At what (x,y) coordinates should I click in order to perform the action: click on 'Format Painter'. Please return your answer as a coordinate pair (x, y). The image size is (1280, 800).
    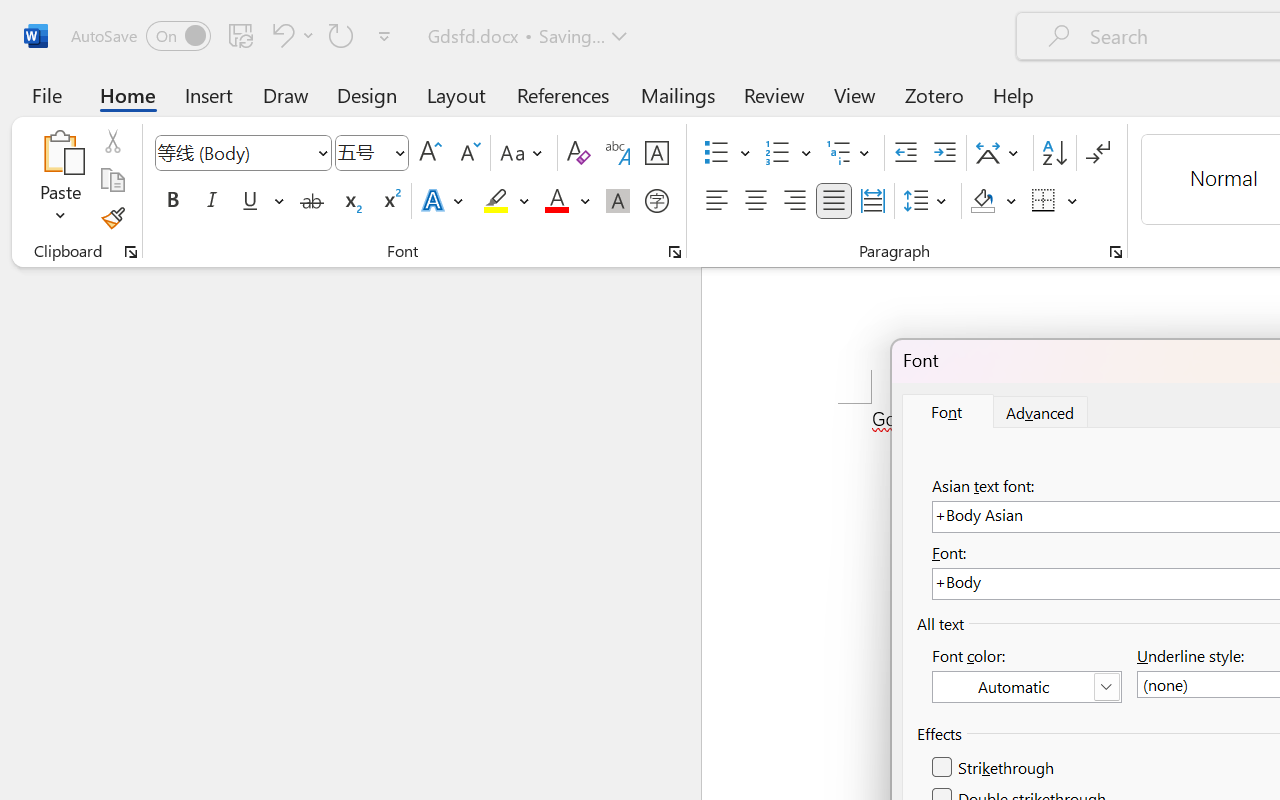
    Looking at the image, I should click on (111, 218).